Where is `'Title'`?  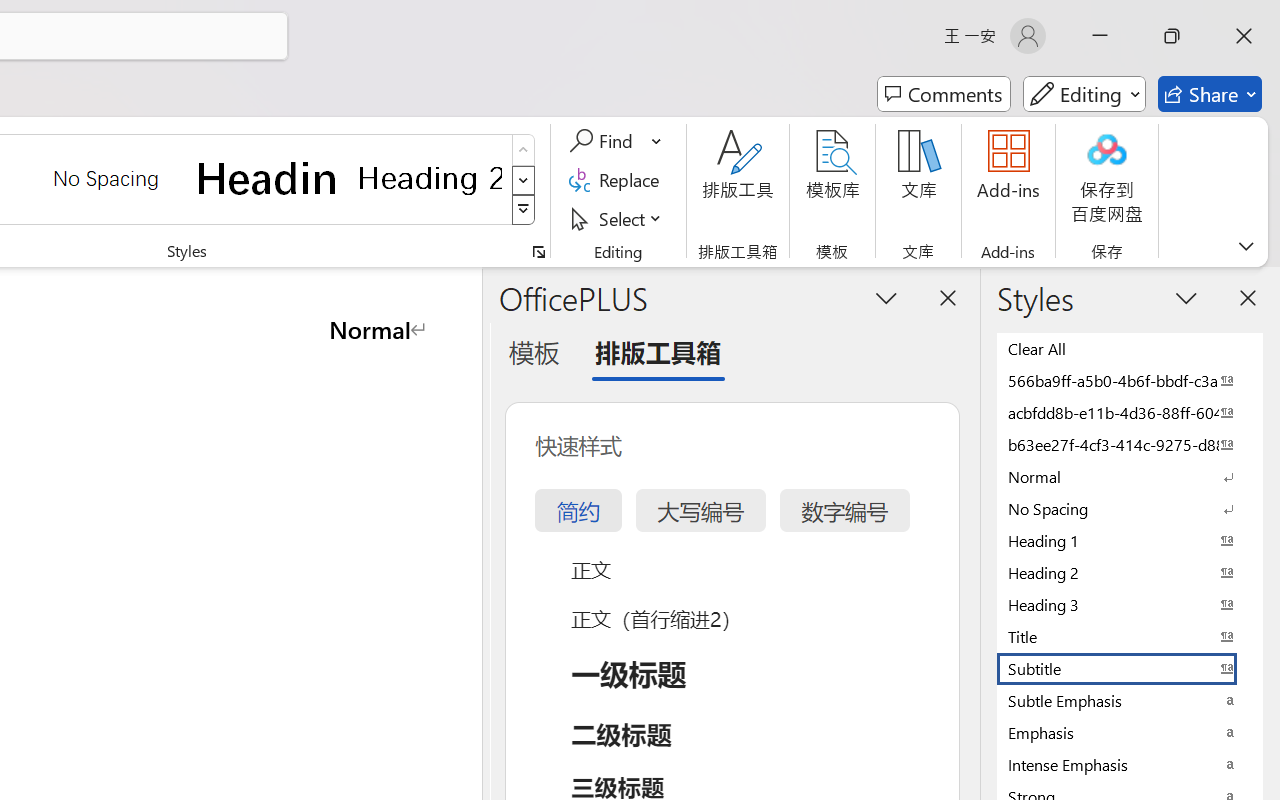 'Title' is located at coordinates (1130, 635).